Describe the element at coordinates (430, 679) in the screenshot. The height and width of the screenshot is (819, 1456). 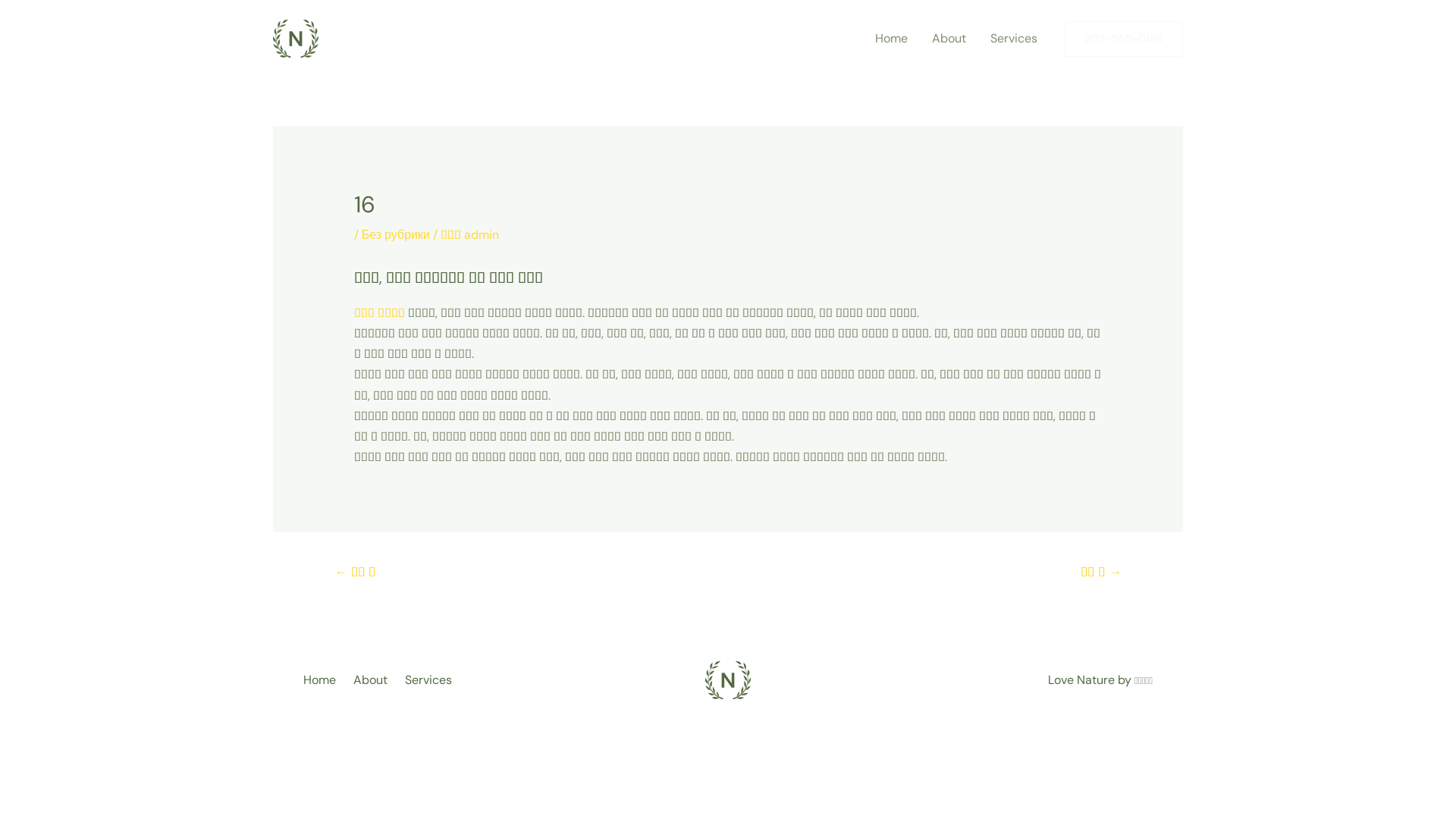
I see `'Services'` at that location.